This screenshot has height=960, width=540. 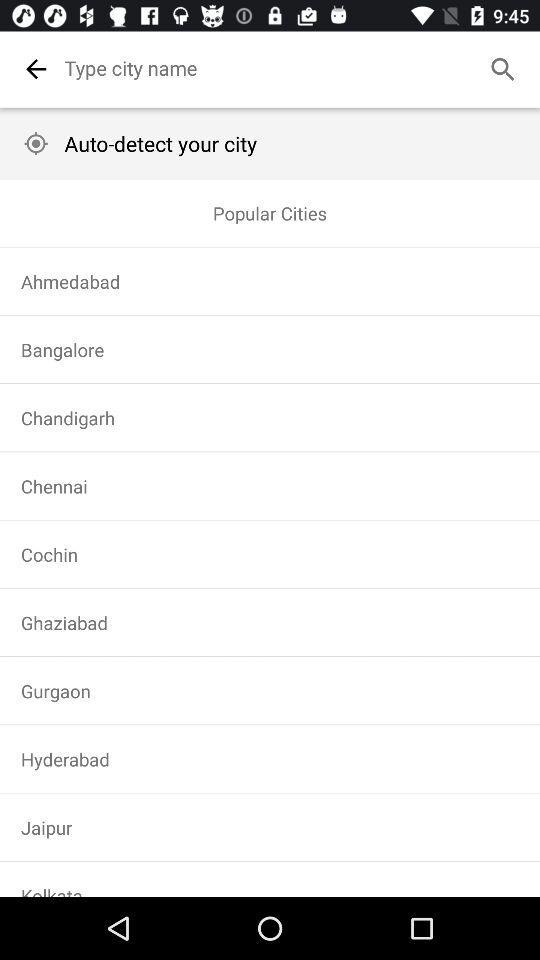 I want to click on return to previous screen, so click(x=36, y=69).